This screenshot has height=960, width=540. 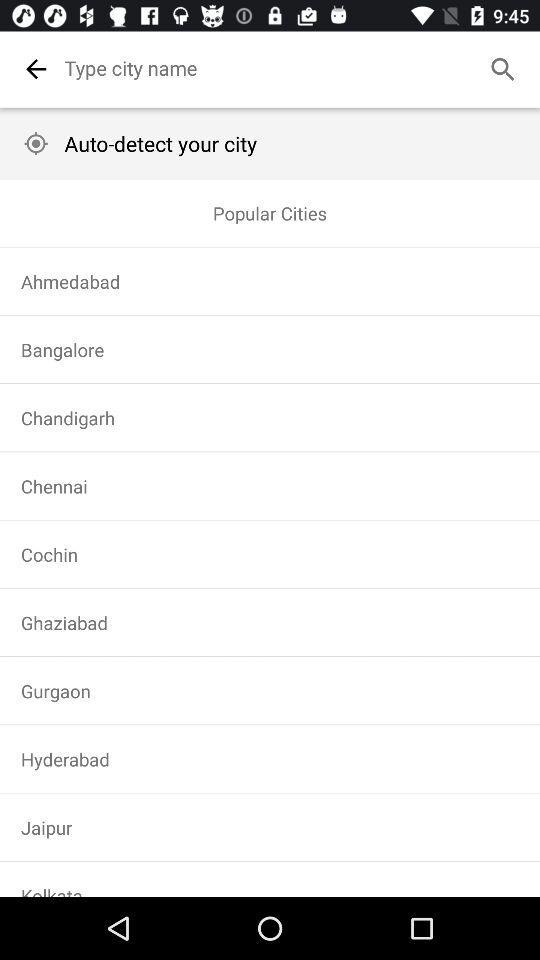 I want to click on return to previous screen, so click(x=36, y=69).